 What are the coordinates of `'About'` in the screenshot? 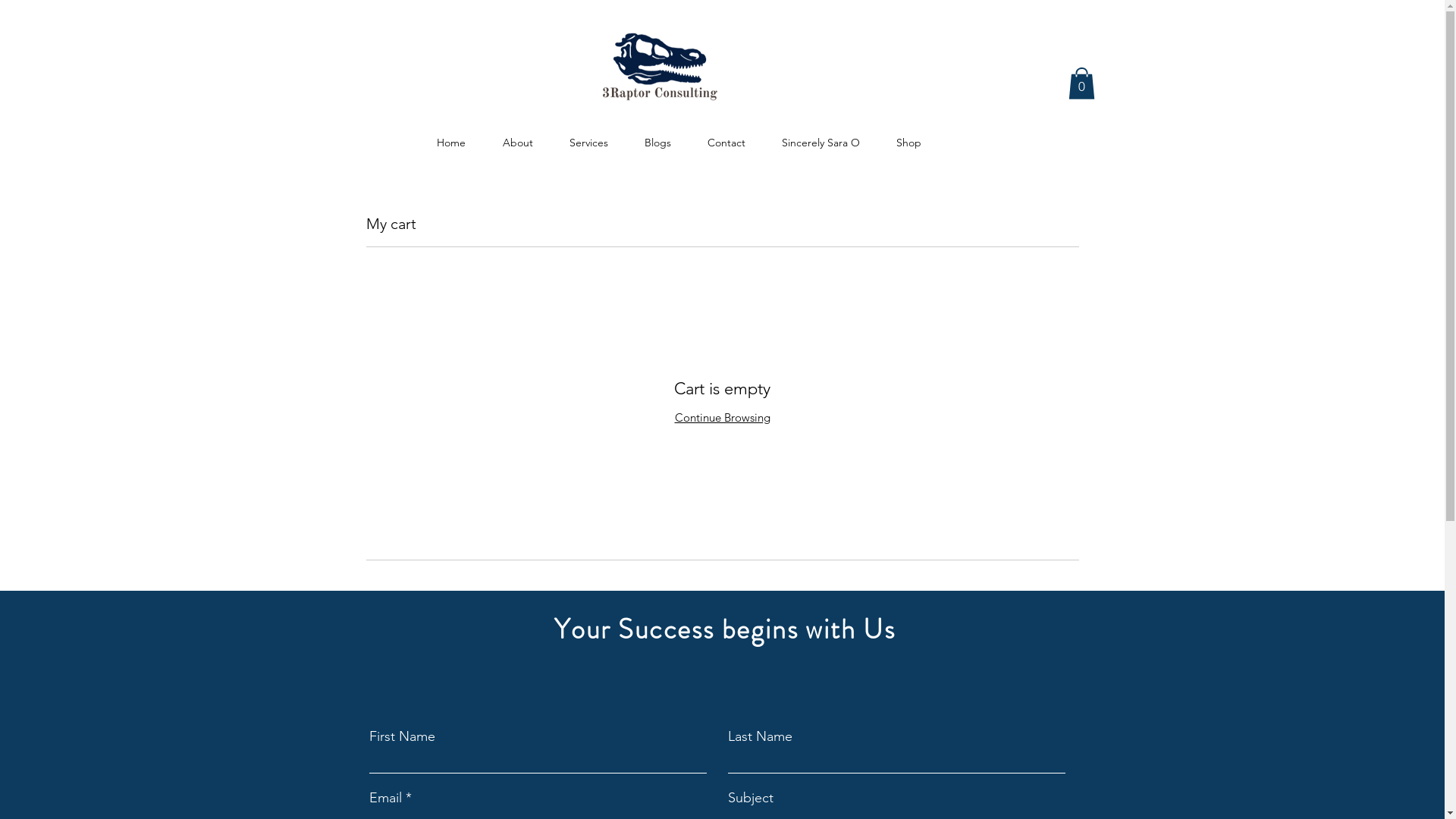 It's located at (517, 134).